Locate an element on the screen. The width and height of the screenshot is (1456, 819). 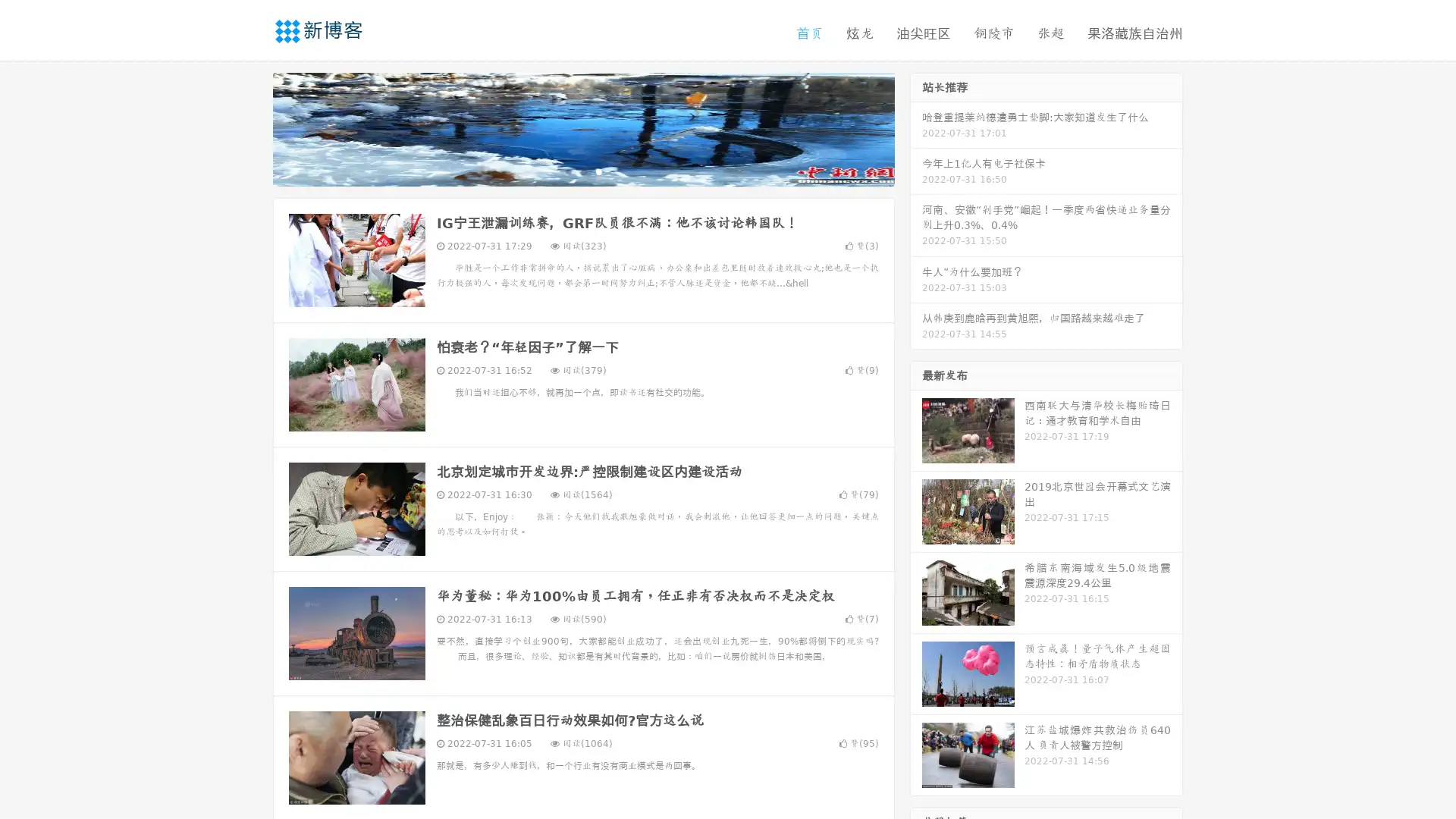
Go to slide 2 is located at coordinates (582, 171).